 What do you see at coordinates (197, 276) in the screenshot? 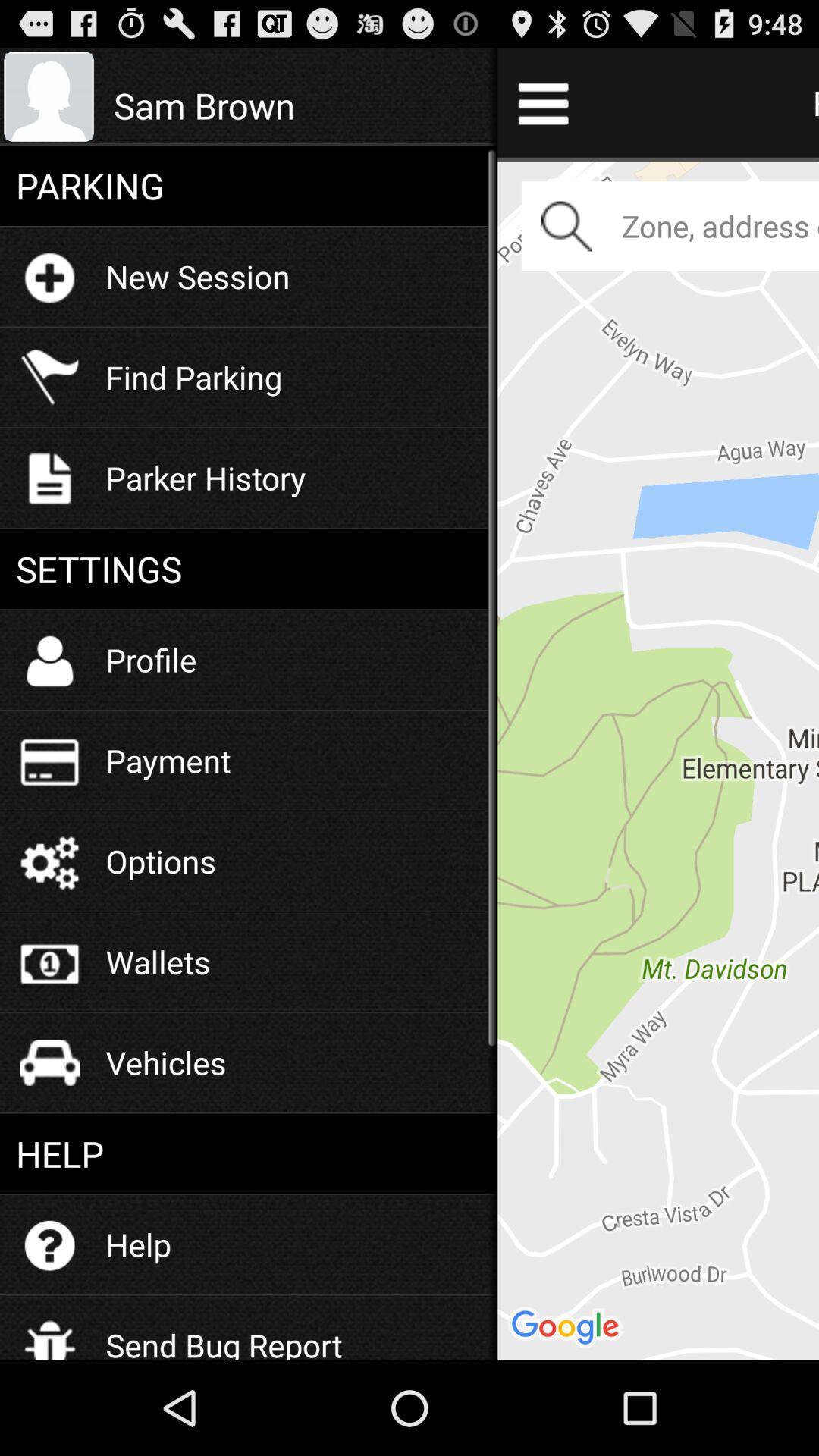
I see `the icon below the parking icon` at bounding box center [197, 276].